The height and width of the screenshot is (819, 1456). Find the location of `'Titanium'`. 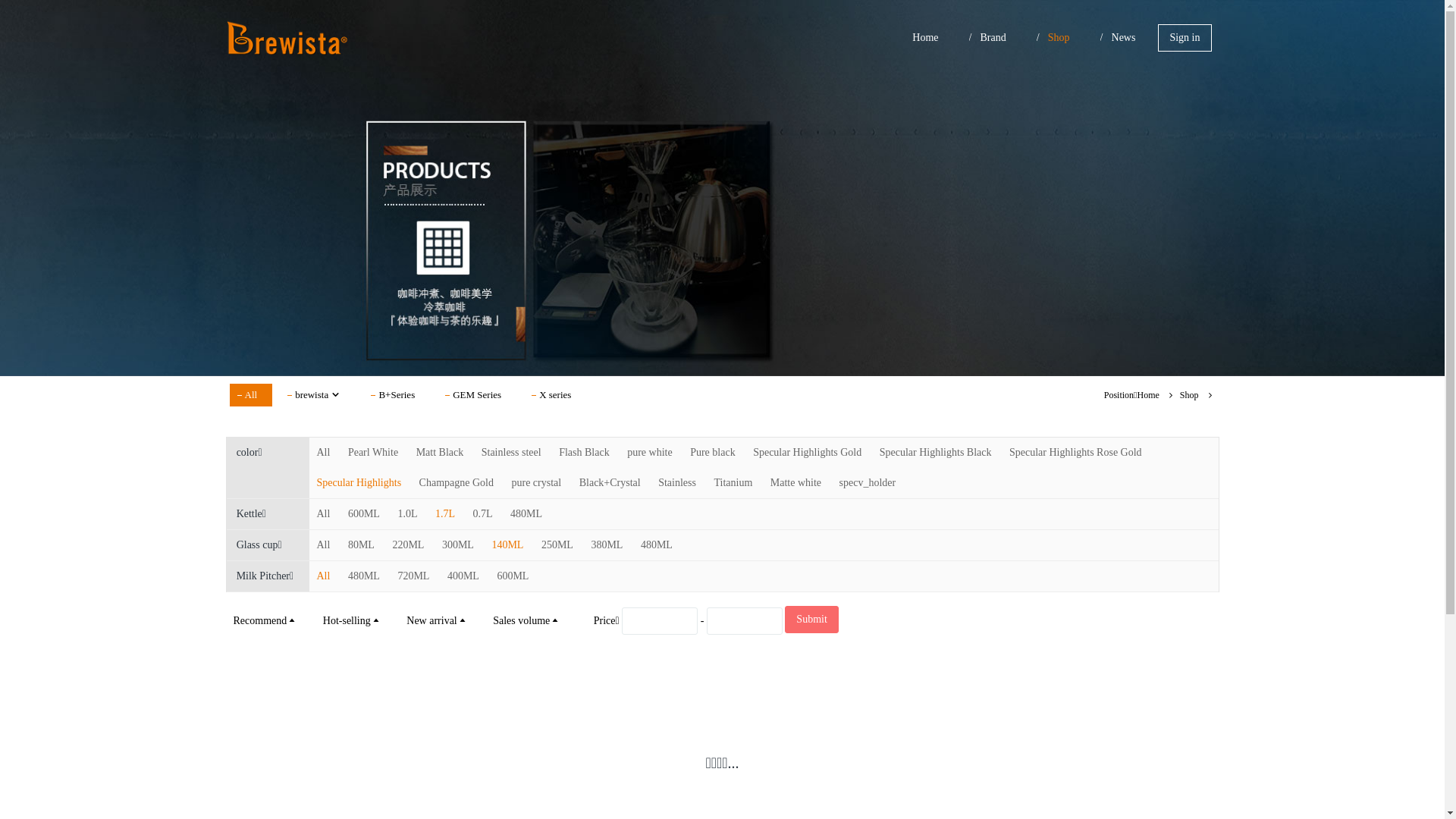

'Titanium' is located at coordinates (733, 482).